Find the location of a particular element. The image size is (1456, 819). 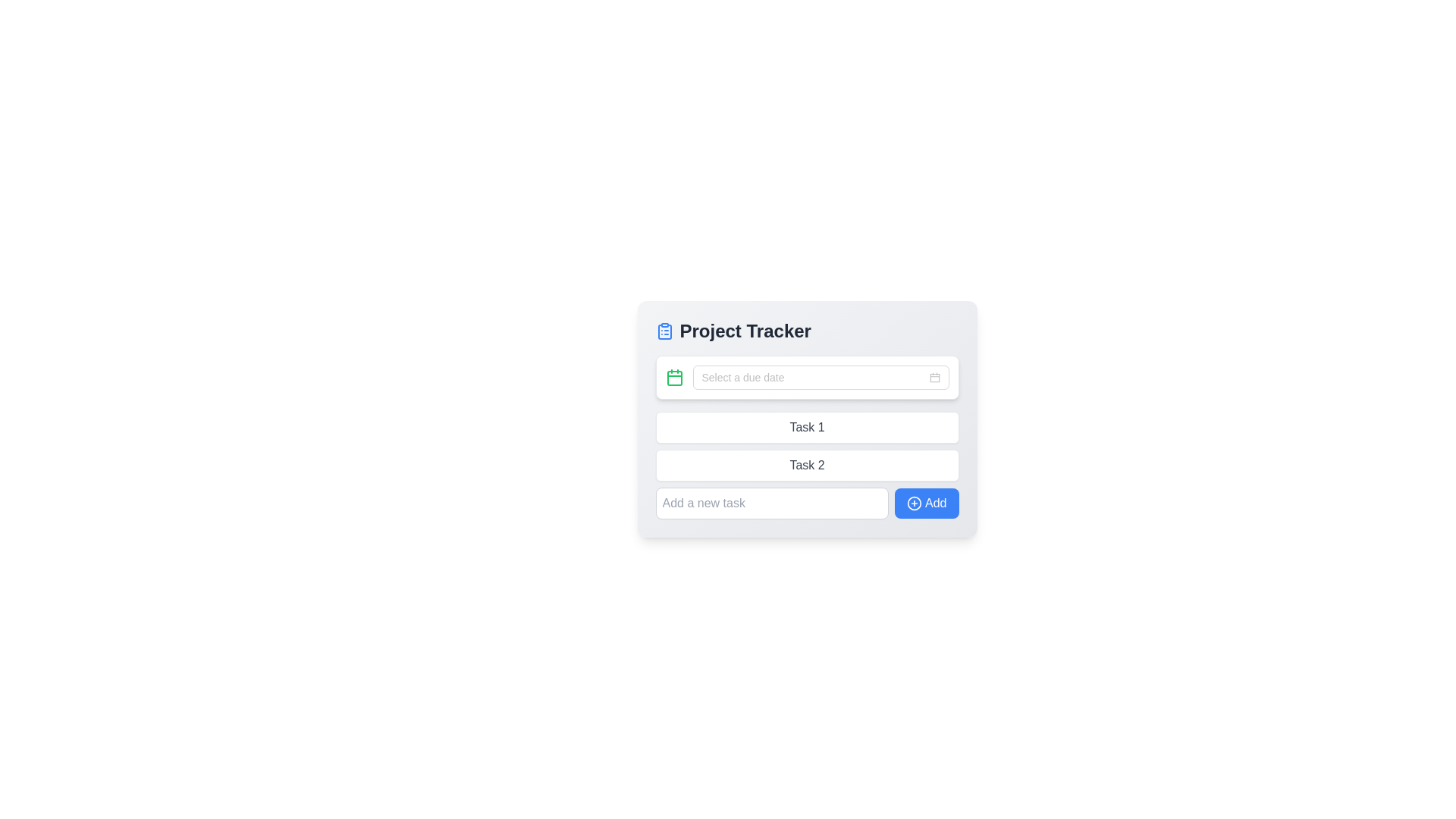

the 'Add' button with a blue background and a plus icon is located at coordinates (926, 503).